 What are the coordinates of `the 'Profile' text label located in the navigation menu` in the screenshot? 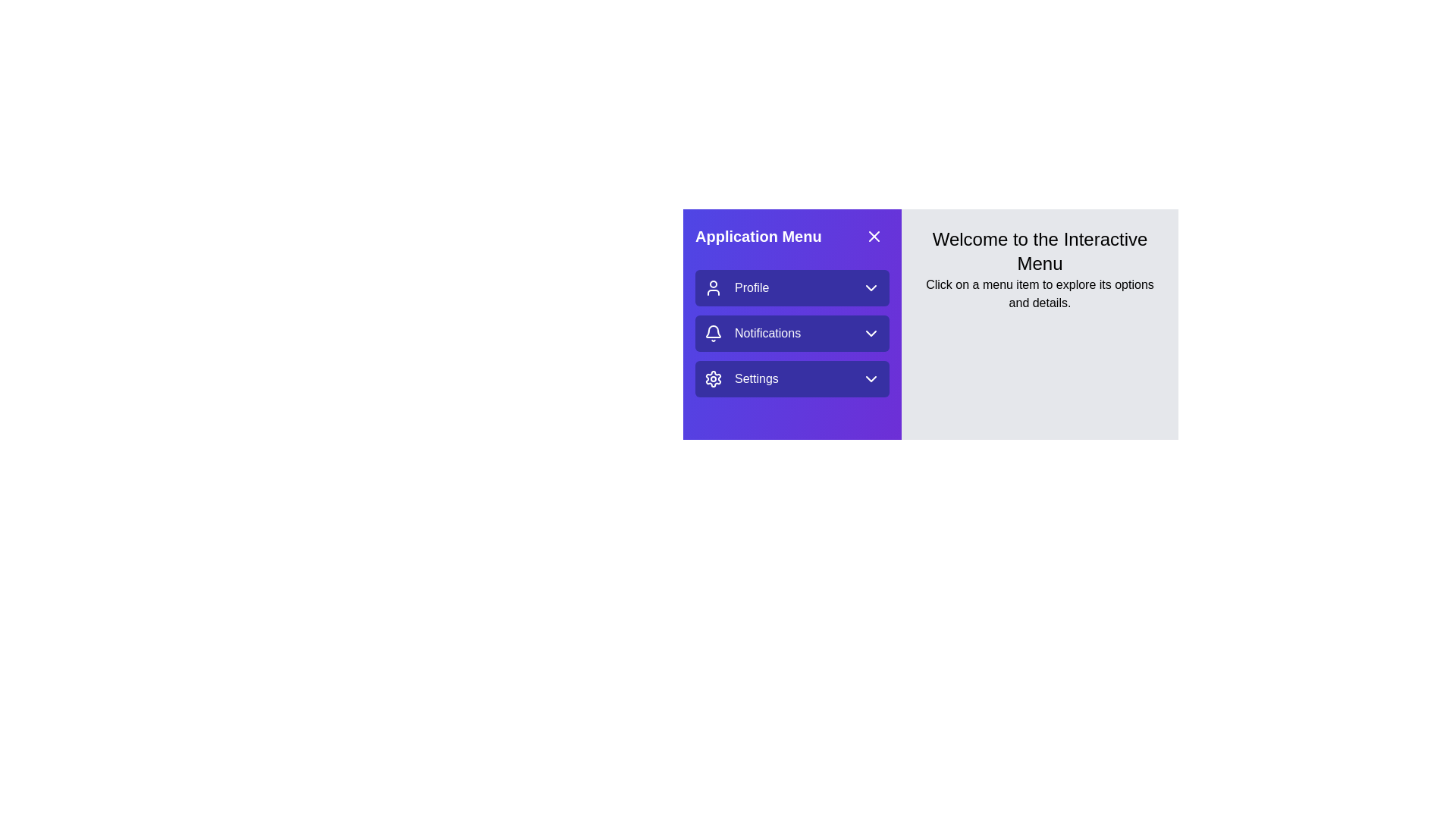 It's located at (752, 288).